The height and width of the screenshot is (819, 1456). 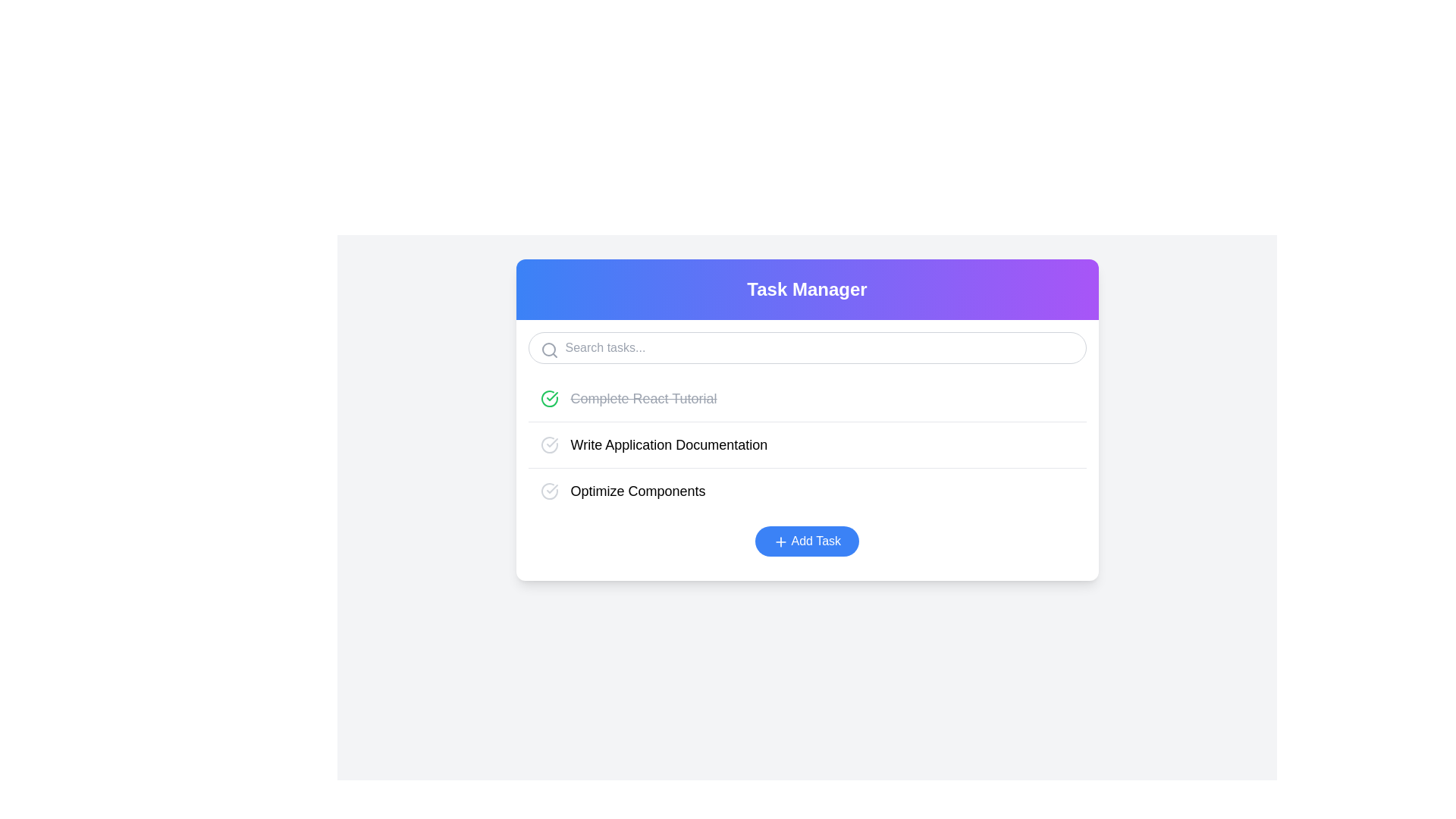 What do you see at coordinates (629, 397) in the screenshot?
I see `the strikethrough text label indicating the completed task 'Complete React Tutorial'` at bounding box center [629, 397].